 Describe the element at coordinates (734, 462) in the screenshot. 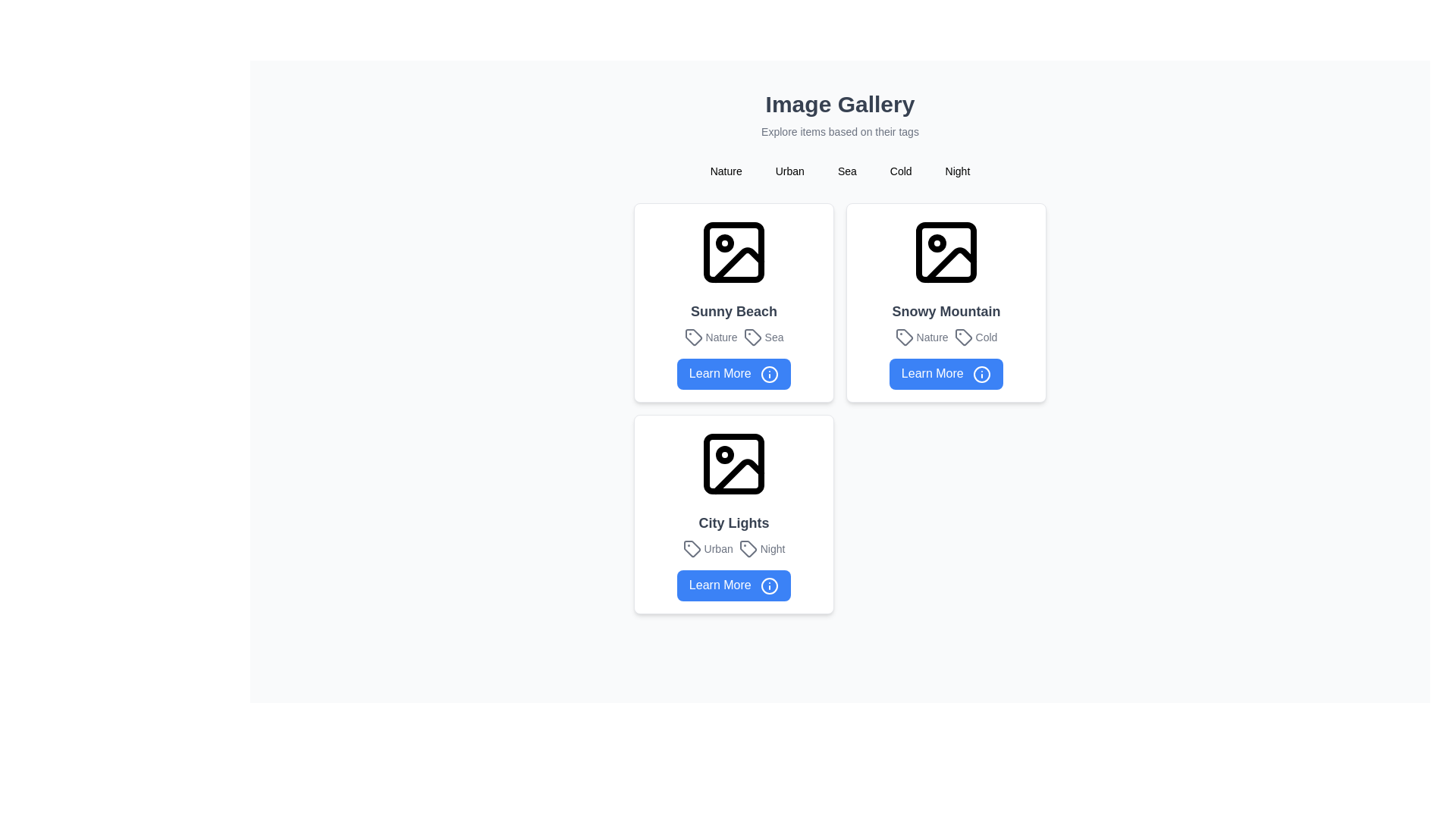

I see `the Decorative SVG element forming the main rectangular area of the image icon within the 'City Lights' card` at that location.